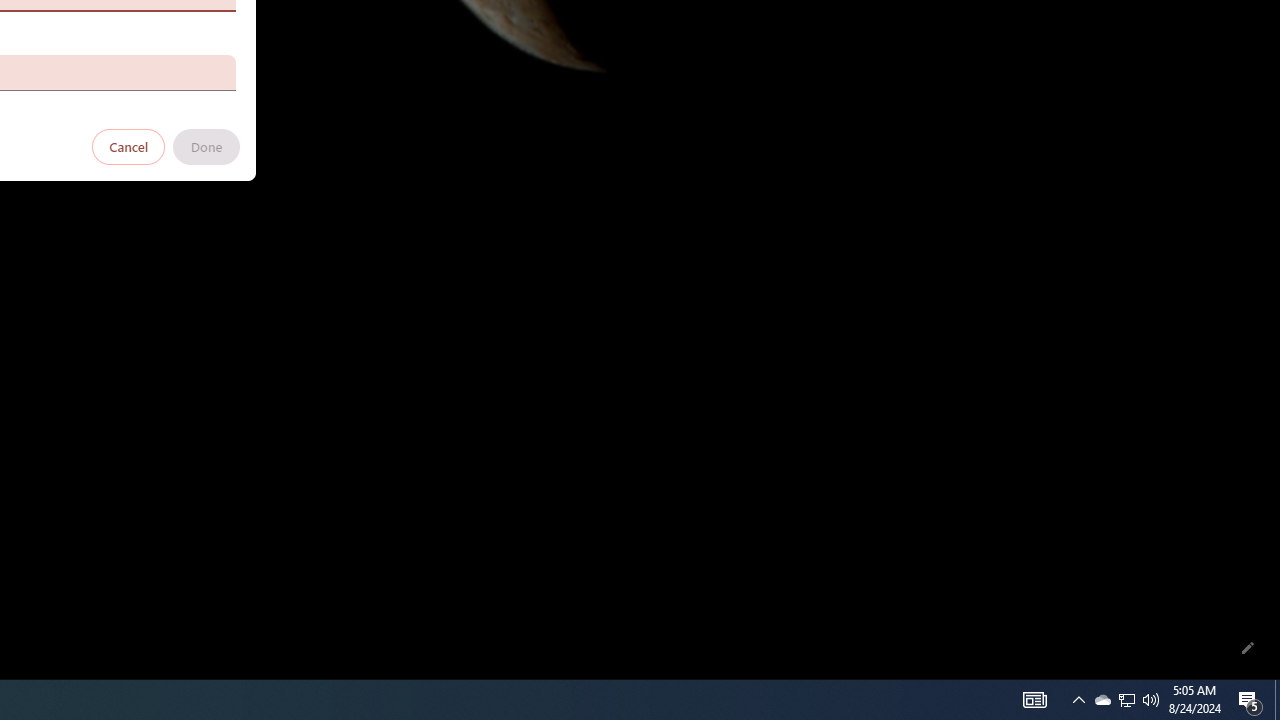  What do you see at coordinates (128, 145) in the screenshot?
I see `'Cancel'` at bounding box center [128, 145].